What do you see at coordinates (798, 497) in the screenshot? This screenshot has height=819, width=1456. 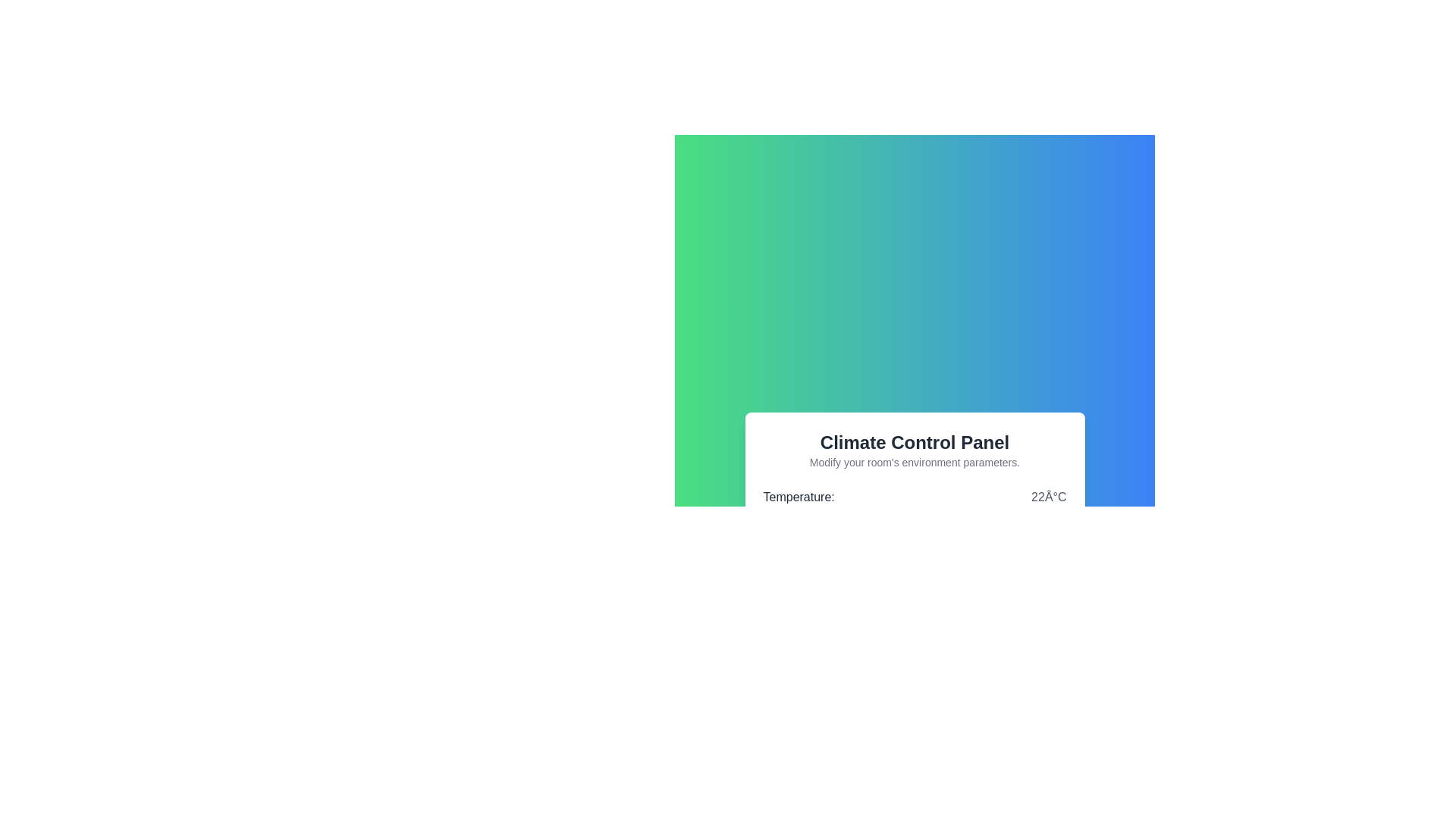 I see `the static text label indicating the nature of the value displayed to its right, which is the current temperature in the room` at bounding box center [798, 497].